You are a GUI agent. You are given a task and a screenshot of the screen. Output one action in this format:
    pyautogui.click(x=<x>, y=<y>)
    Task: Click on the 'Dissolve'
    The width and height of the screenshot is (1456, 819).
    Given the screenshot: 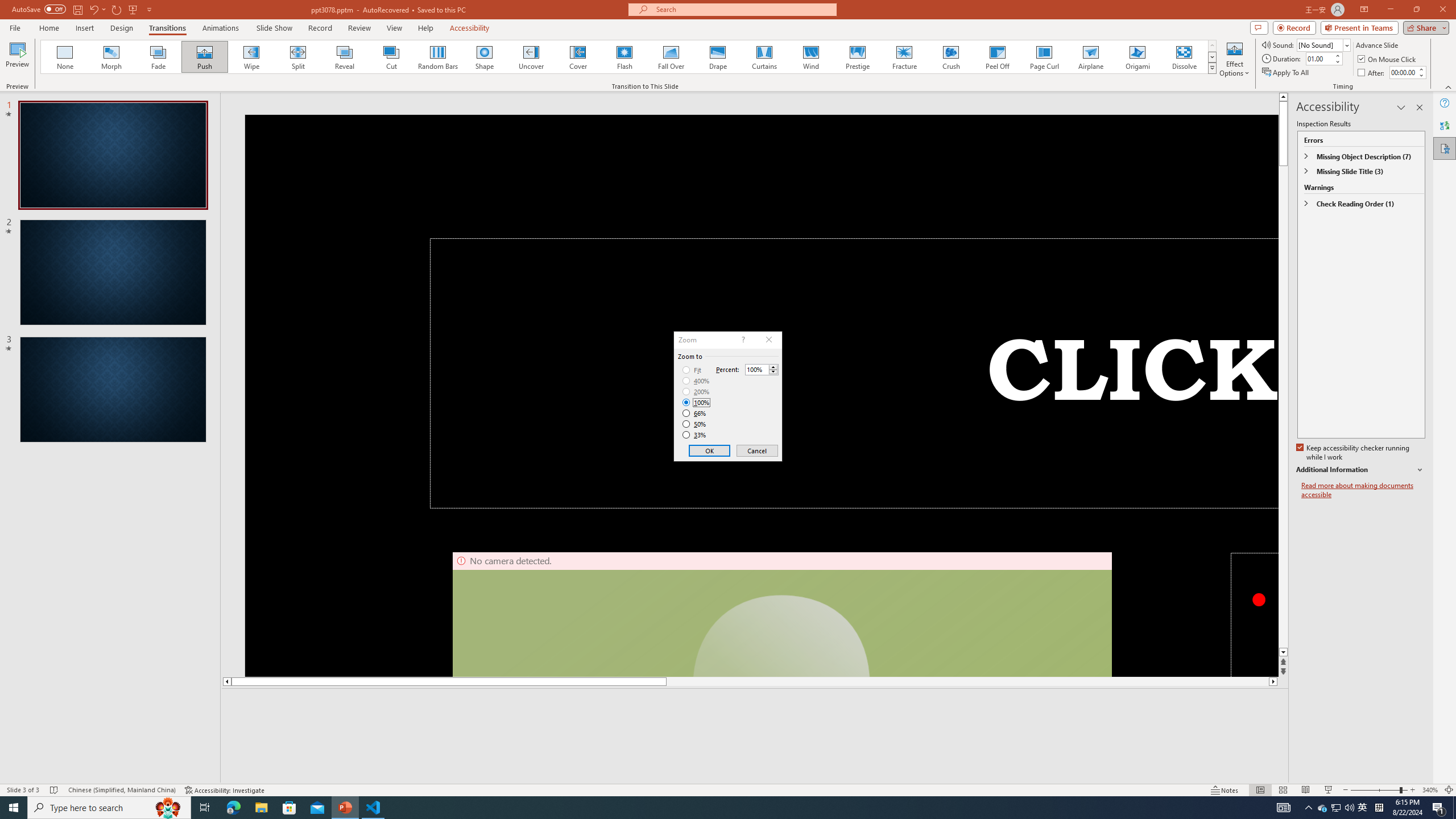 What is the action you would take?
    pyautogui.click(x=1183, y=56)
    